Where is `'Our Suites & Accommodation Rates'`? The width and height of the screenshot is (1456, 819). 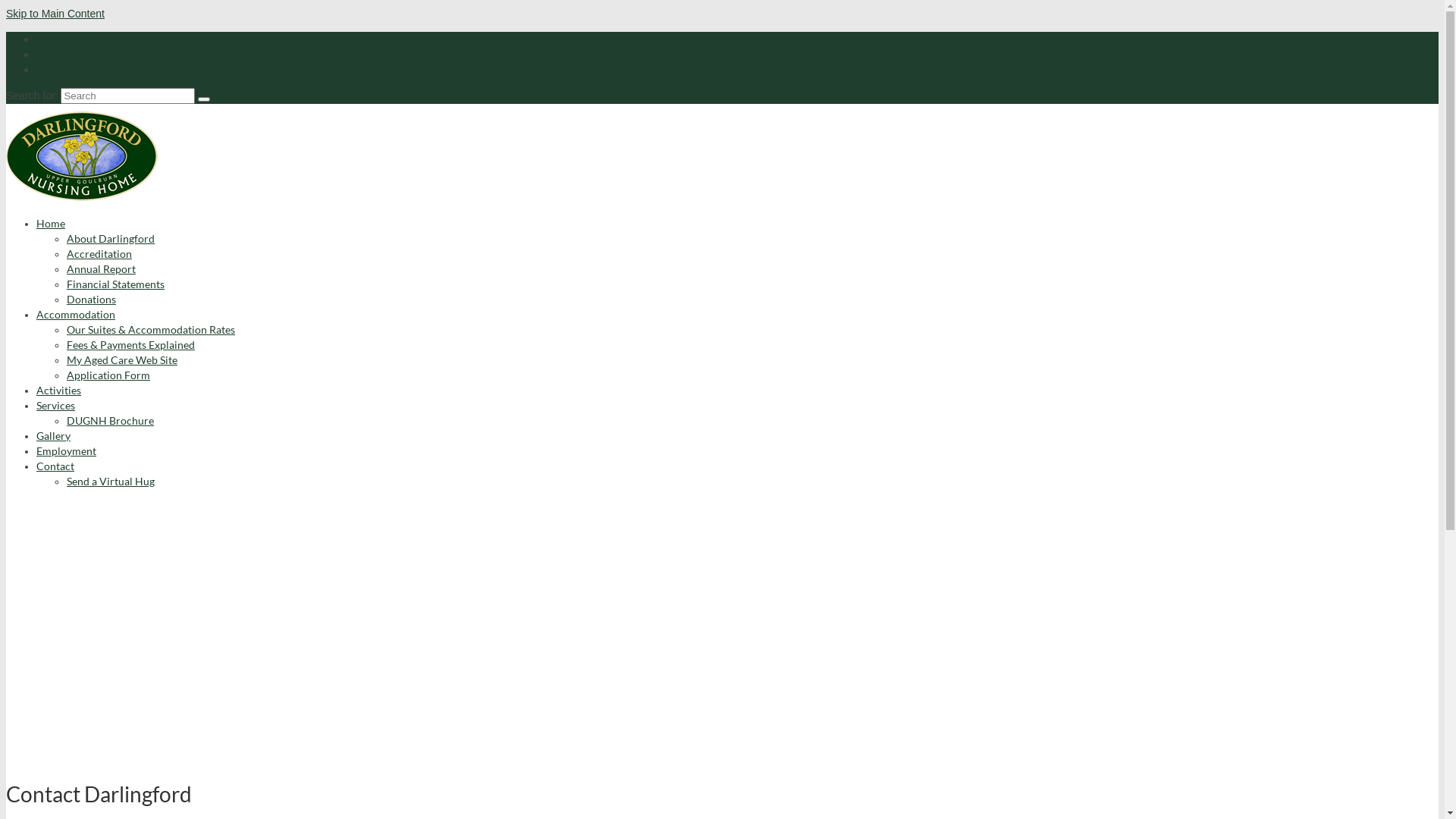 'Our Suites & Accommodation Rates' is located at coordinates (150, 328).